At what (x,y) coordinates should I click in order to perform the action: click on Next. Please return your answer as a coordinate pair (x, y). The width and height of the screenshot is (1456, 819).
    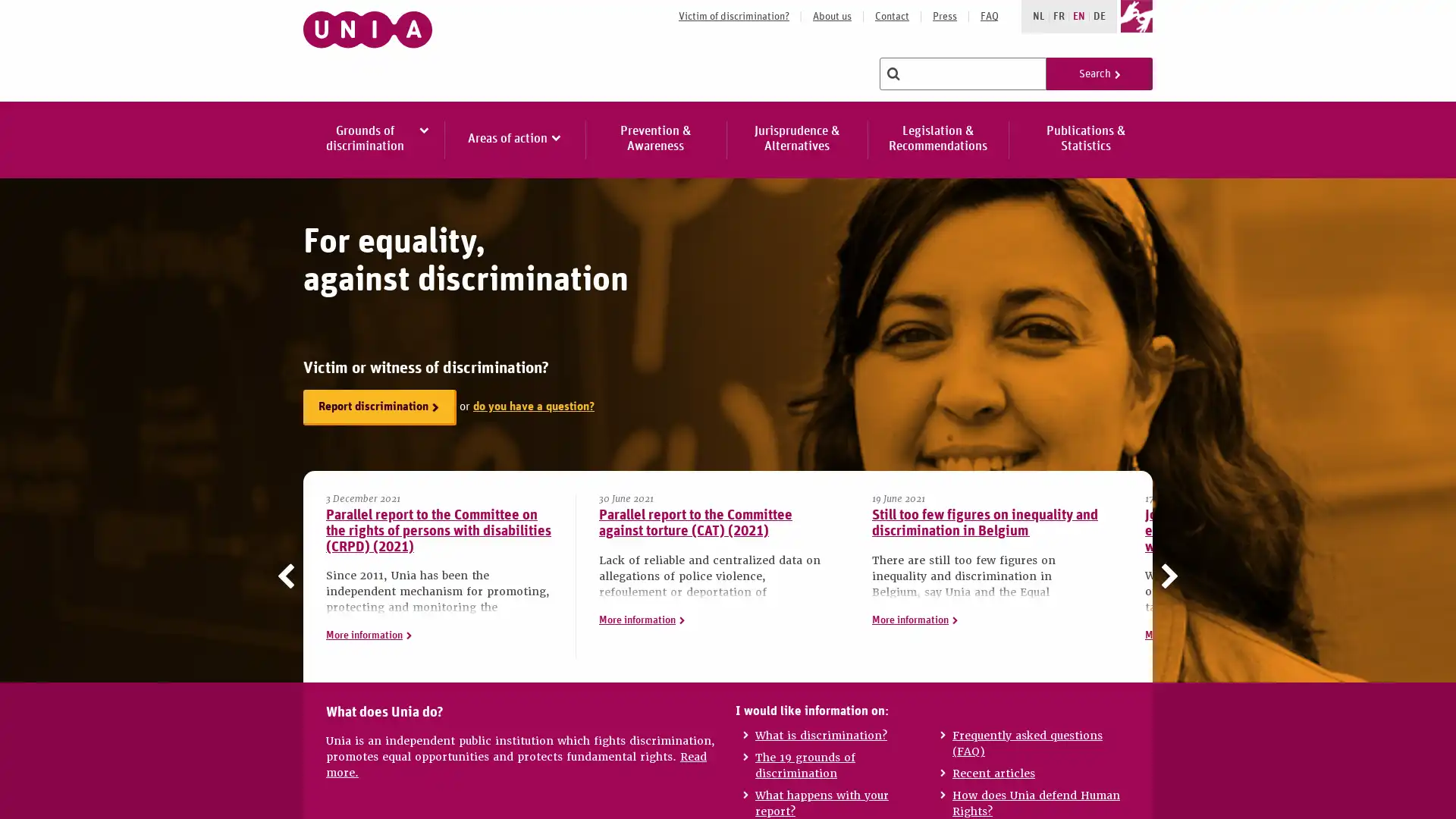
    Looking at the image, I should click on (1165, 576).